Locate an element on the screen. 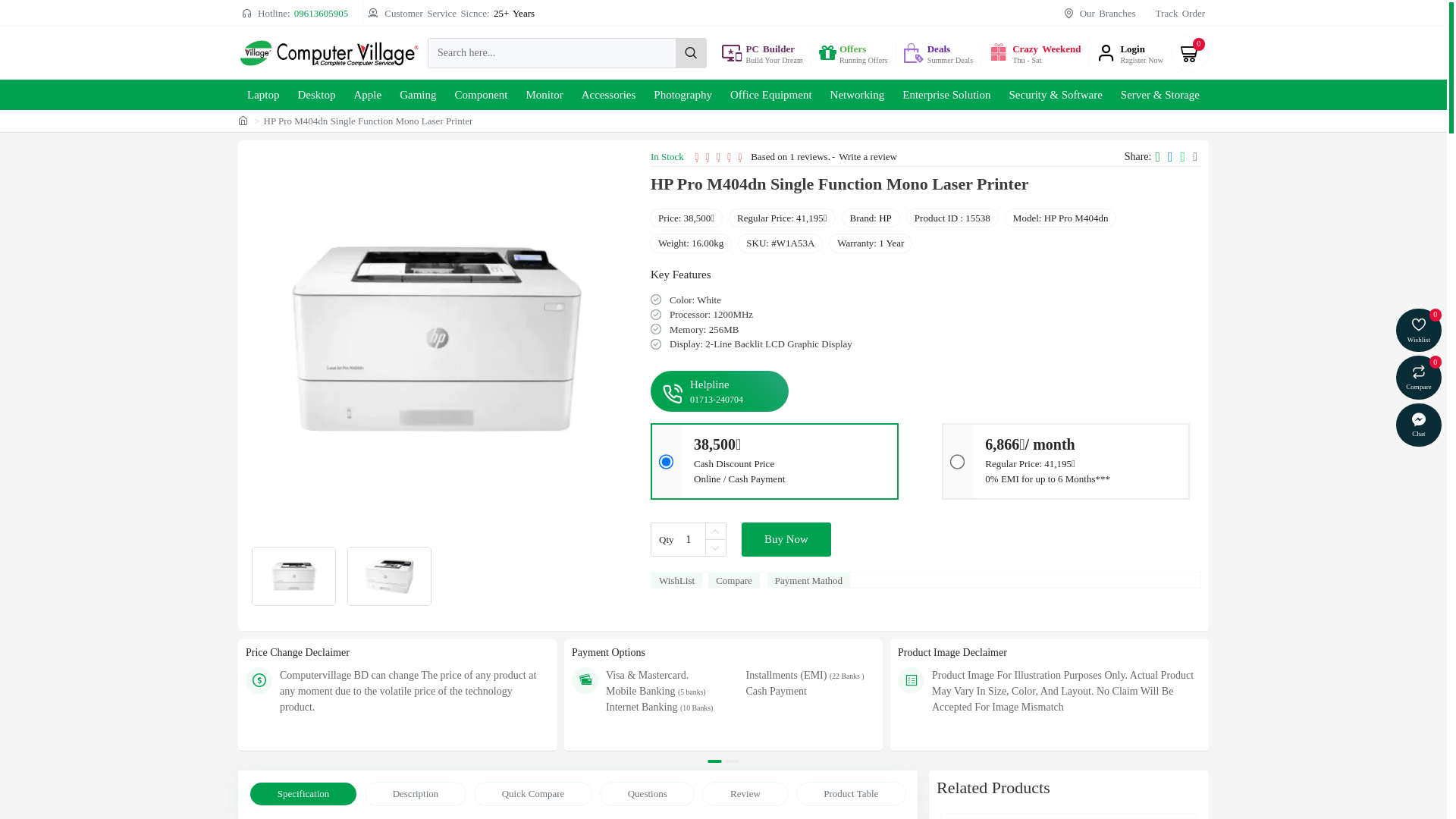  'Our Branches' is located at coordinates (1100, 14).